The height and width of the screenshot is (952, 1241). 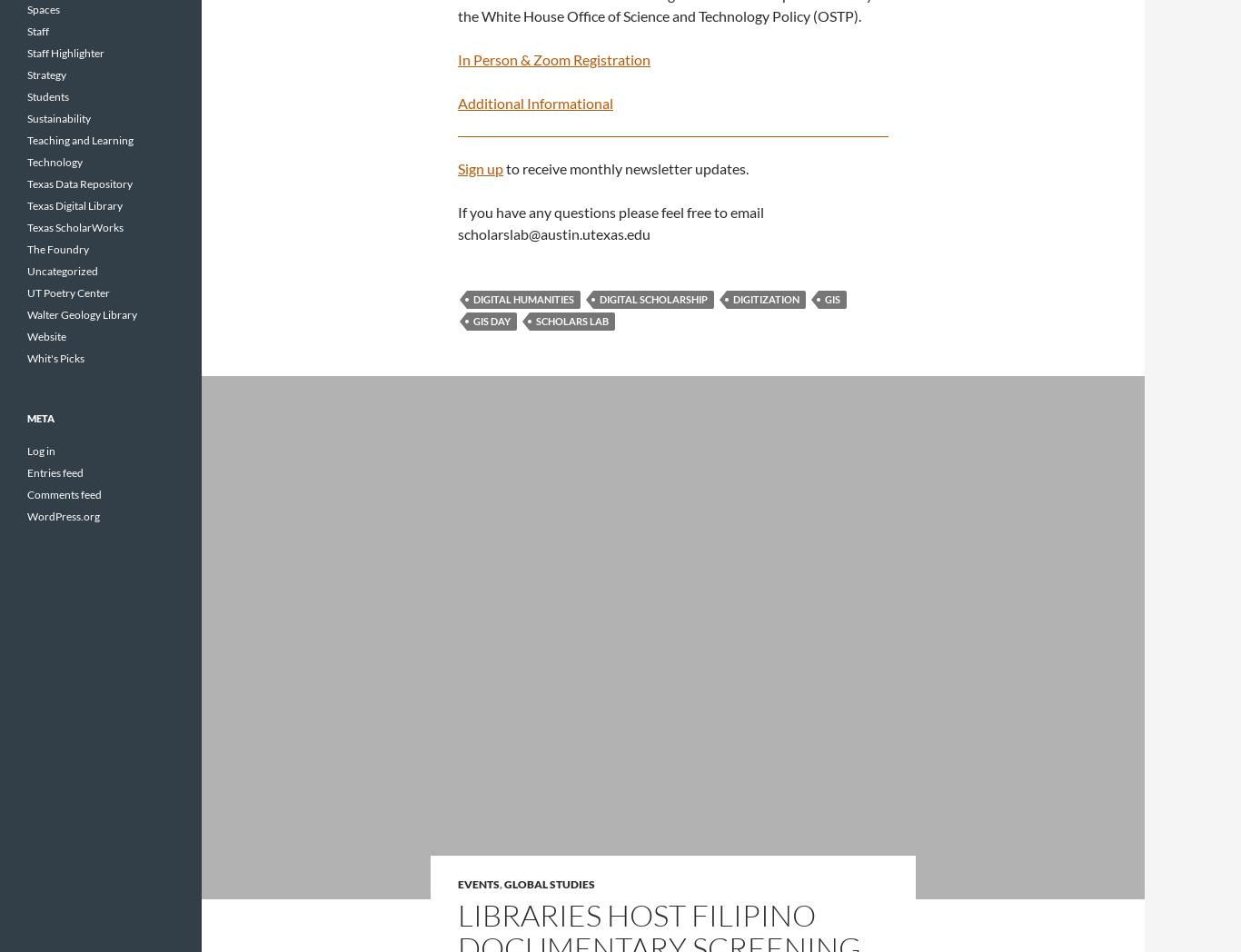 What do you see at coordinates (522, 298) in the screenshot?
I see `'digital humanities'` at bounding box center [522, 298].